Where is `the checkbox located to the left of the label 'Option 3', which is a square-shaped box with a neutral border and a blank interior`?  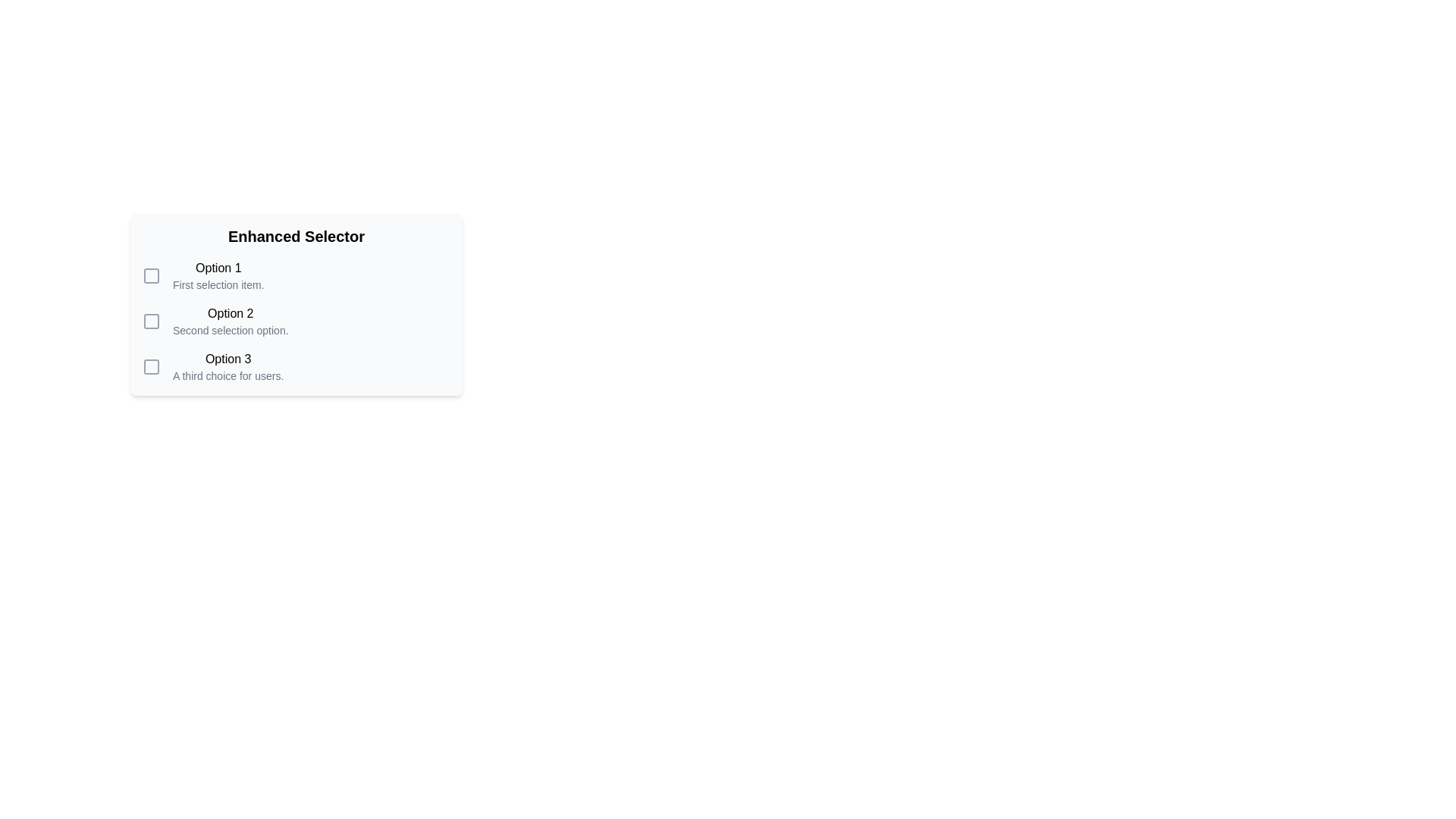
the checkbox located to the left of the label 'Option 3', which is a square-shaped box with a neutral border and a blank interior is located at coordinates (152, 366).